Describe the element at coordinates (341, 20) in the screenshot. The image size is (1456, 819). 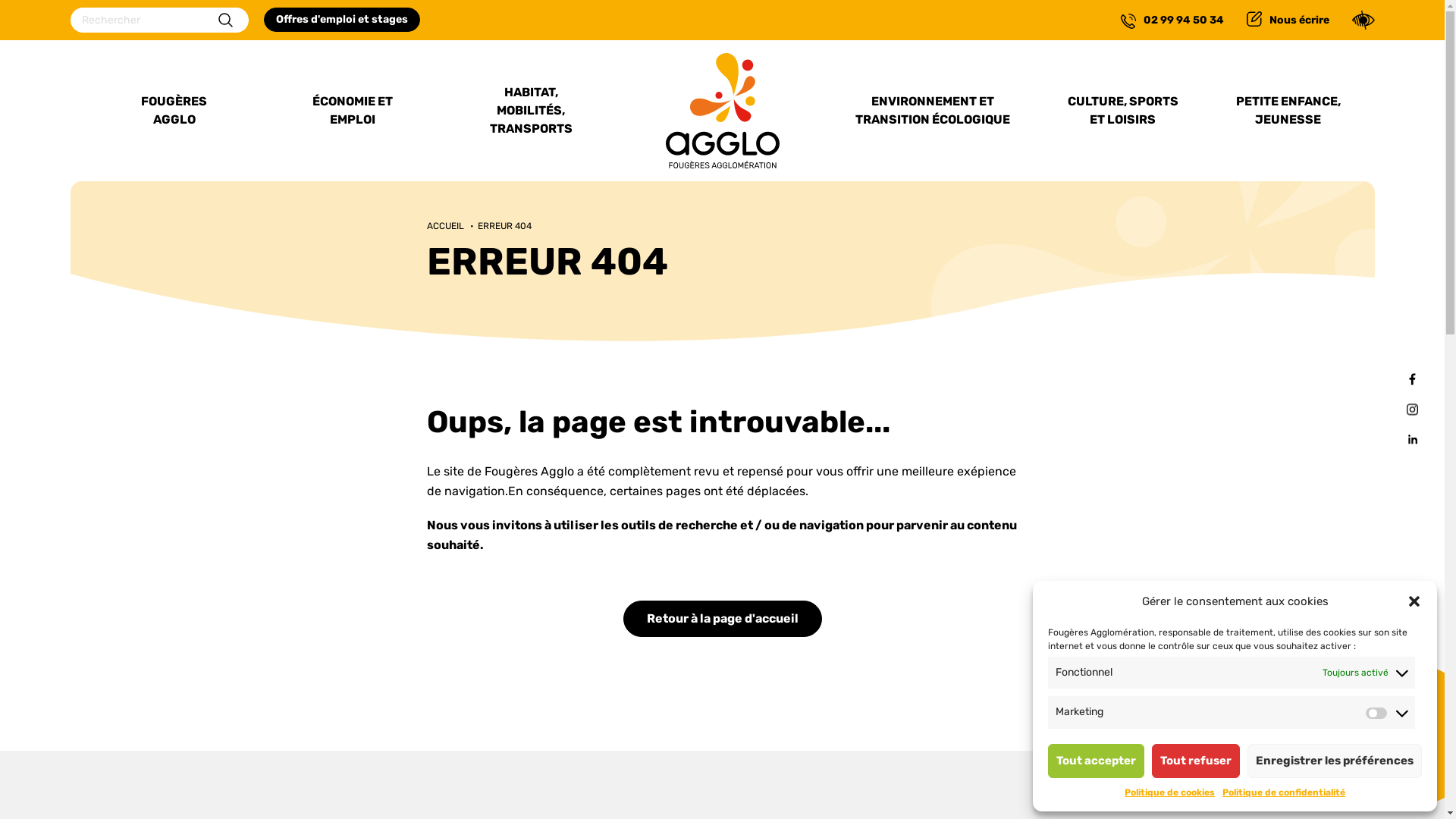
I see `'Offres d'emploi et stages'` at that location.